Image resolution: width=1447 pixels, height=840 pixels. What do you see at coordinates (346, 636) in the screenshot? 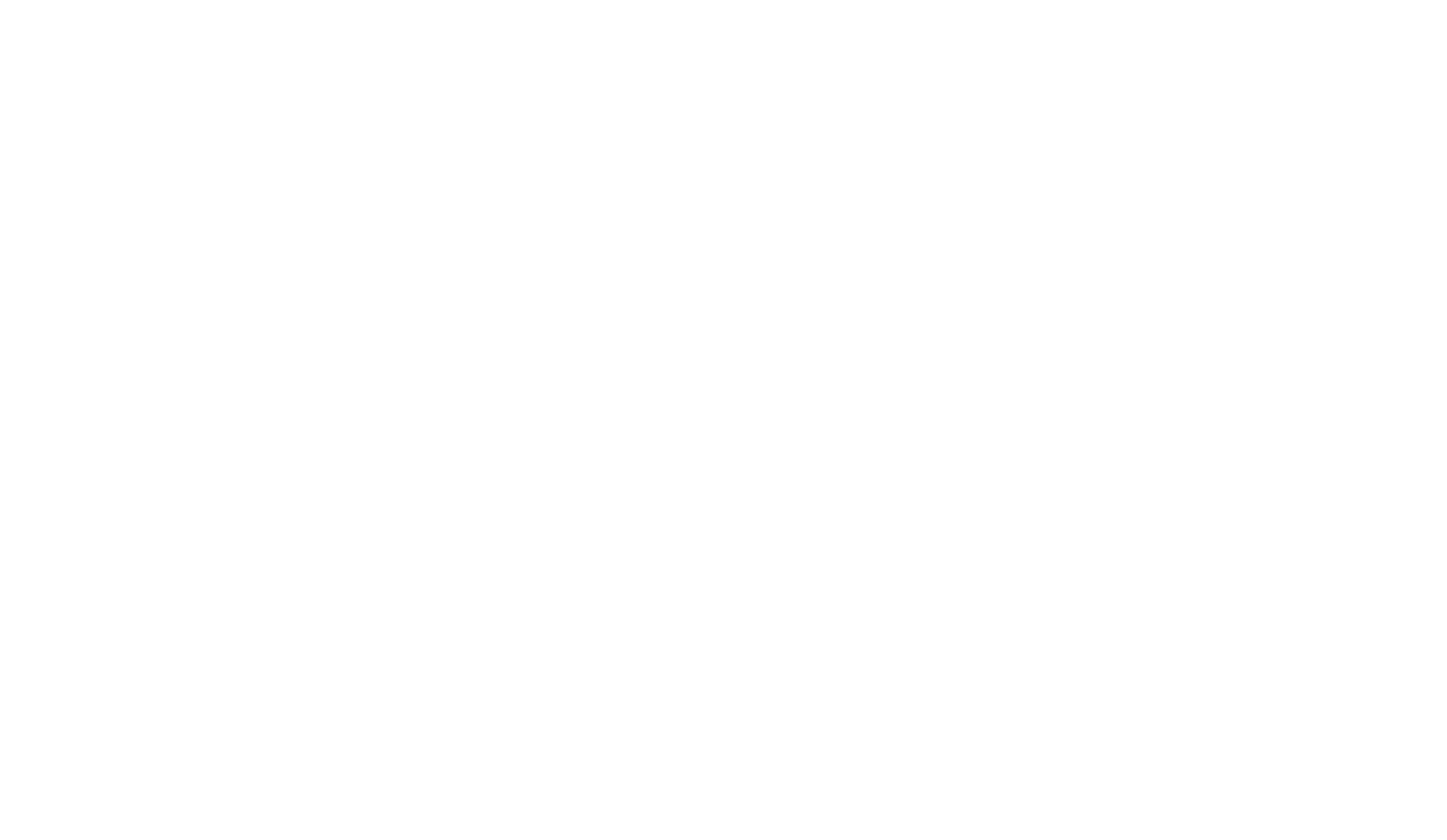
I see `'Spotted par Smilynn'` at bounding box center [346, 636].